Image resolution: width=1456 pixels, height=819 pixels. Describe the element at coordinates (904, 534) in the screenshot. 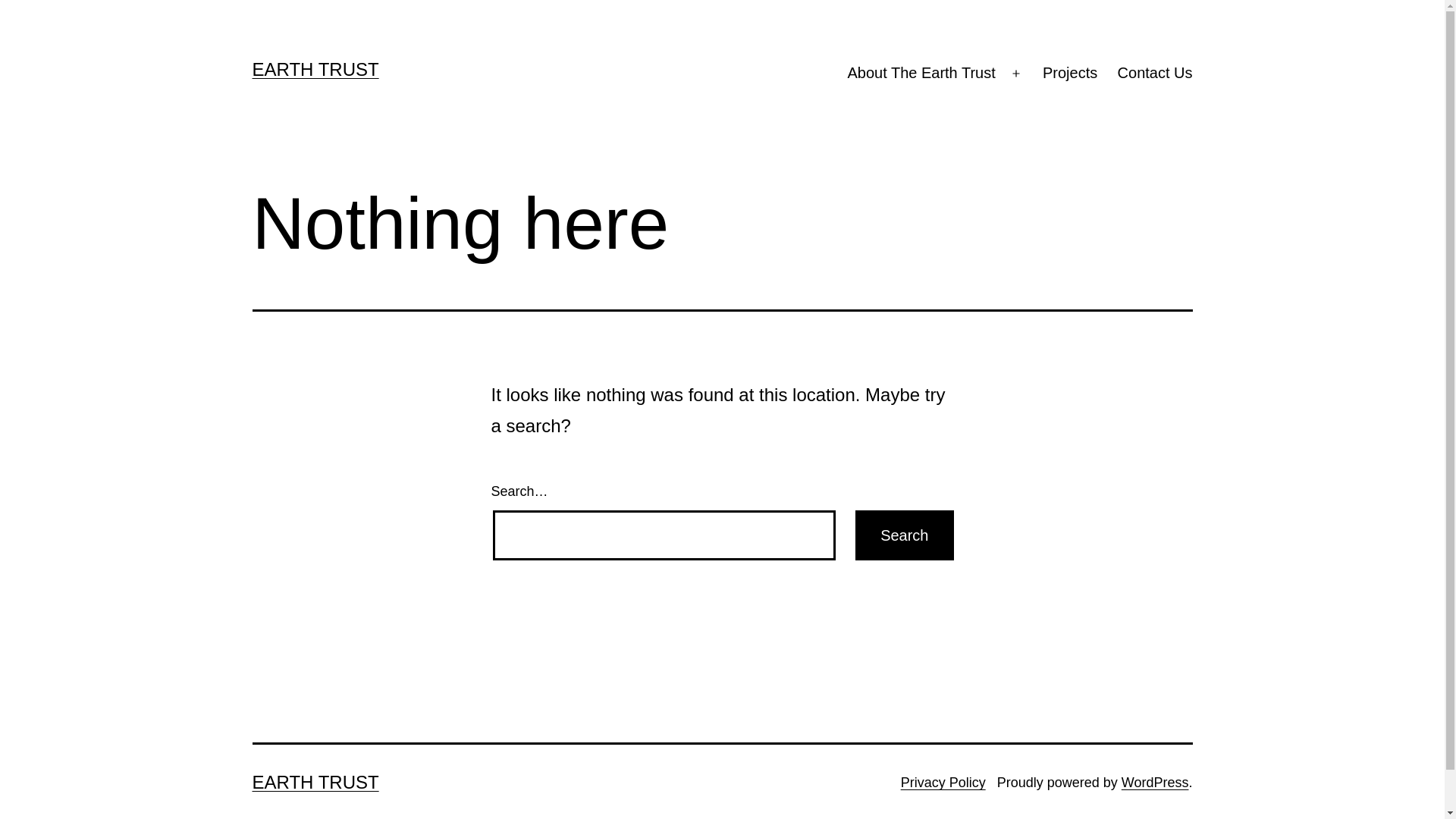

I see `'Search'` at that location.